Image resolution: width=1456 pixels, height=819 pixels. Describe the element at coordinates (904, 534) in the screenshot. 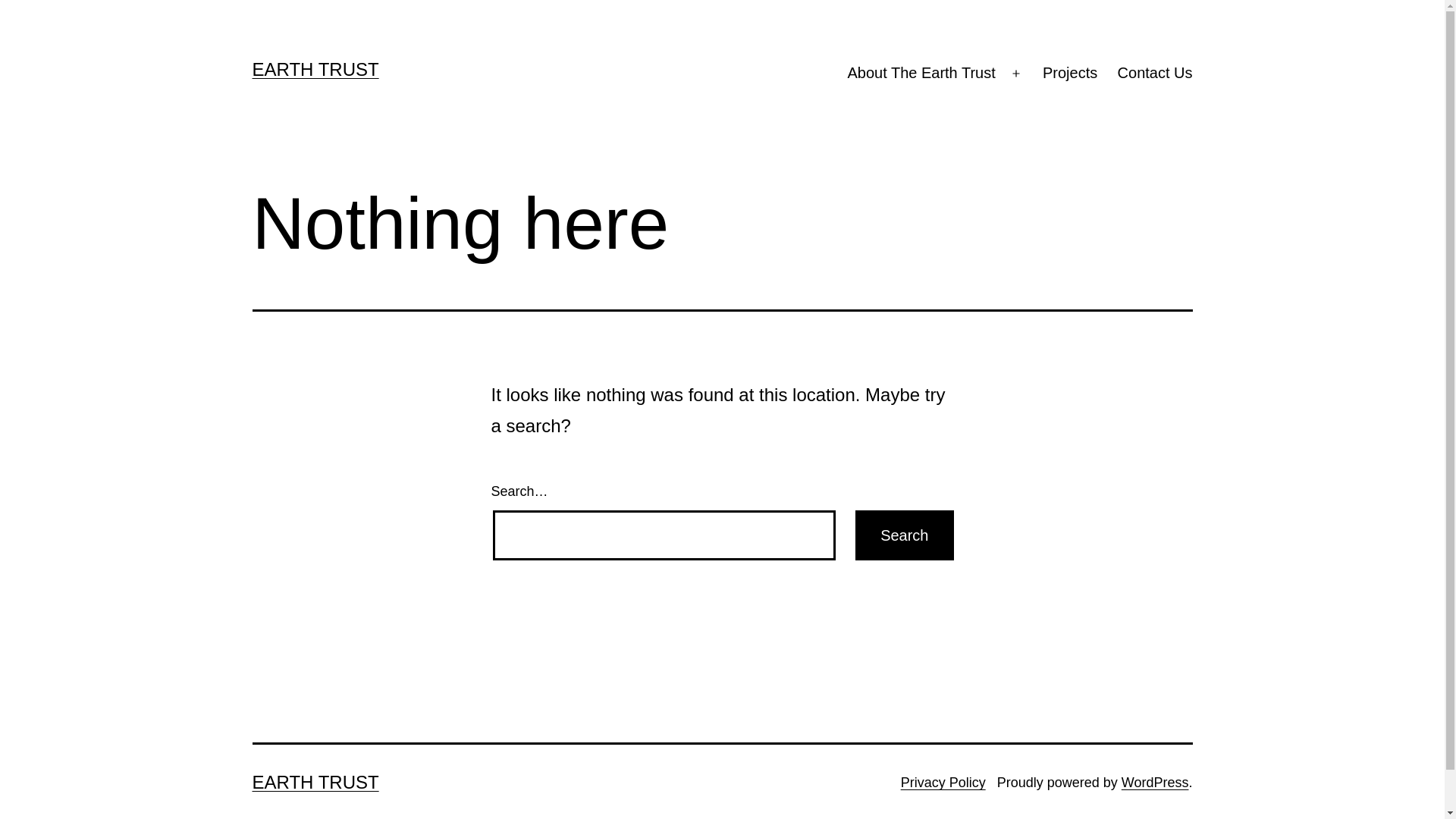

I see `'Search'` at that location.